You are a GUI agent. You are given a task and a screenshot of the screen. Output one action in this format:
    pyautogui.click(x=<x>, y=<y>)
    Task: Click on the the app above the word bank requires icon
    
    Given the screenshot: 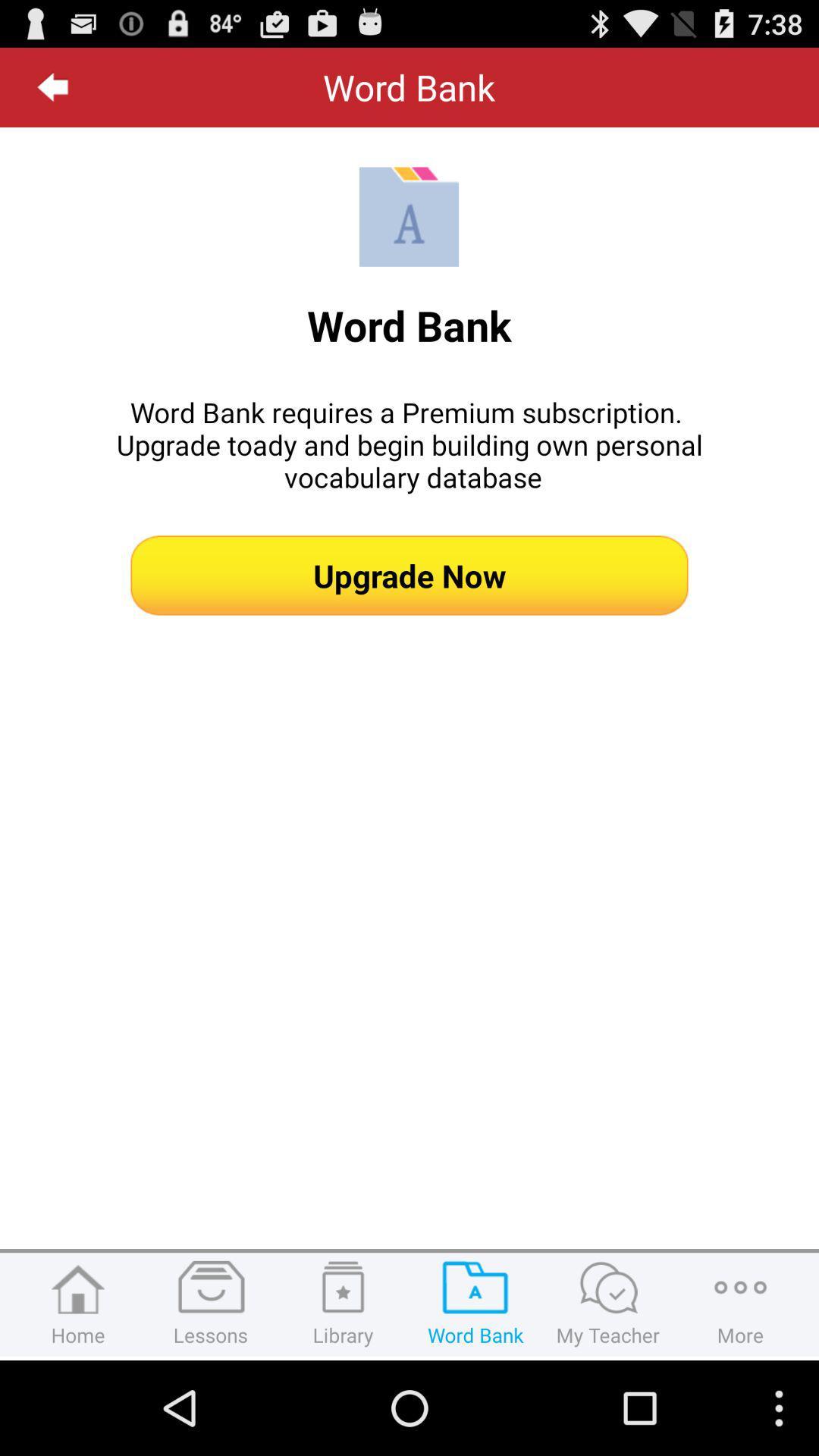 What is the action you would take?
    pyautogui.click(x=52, y=86)
    